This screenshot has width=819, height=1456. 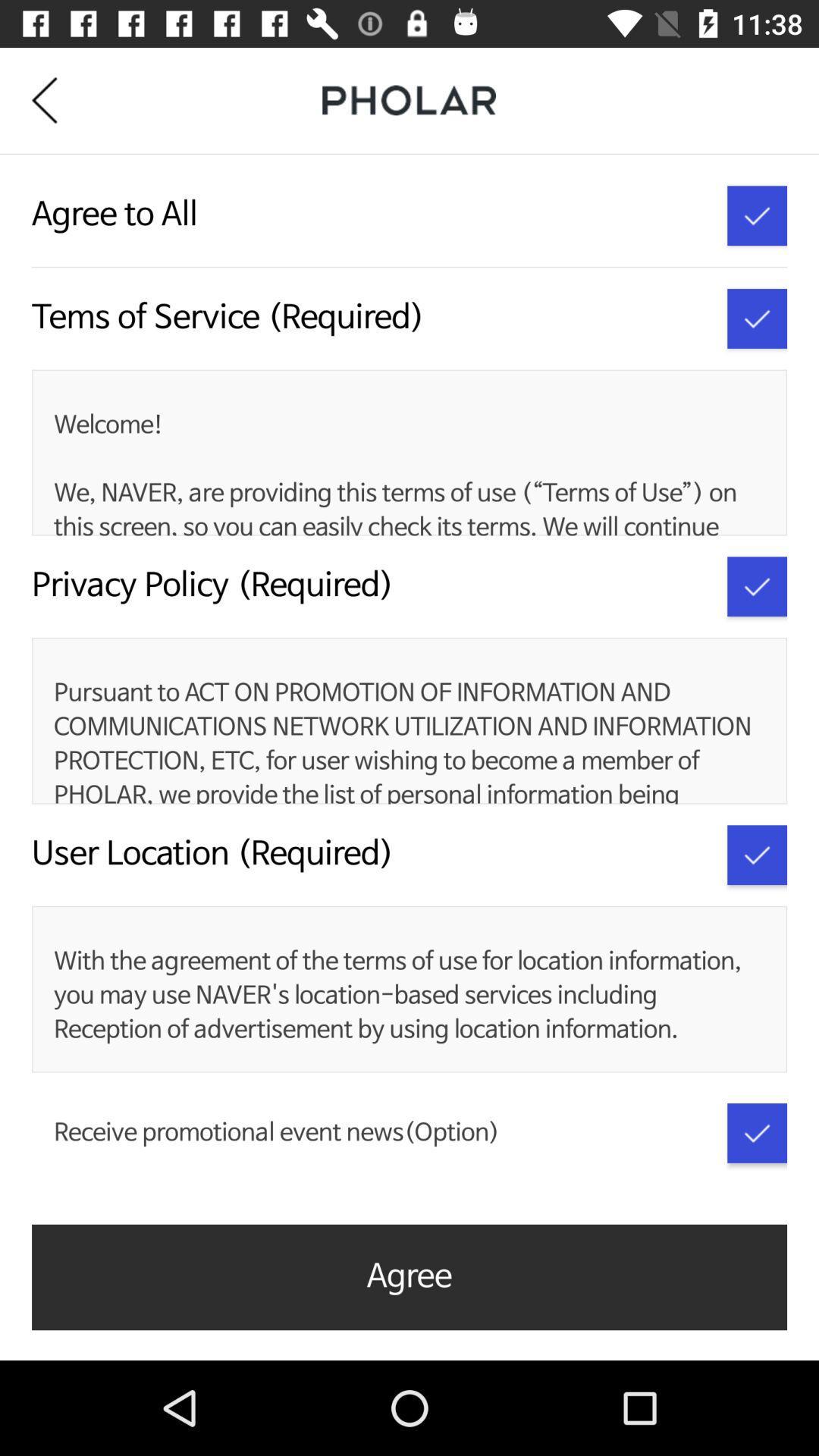 What do you see at coordinates (757, 1133) in the screenshot?
I see `promotional notifications` at bounding box center [757, 1133].